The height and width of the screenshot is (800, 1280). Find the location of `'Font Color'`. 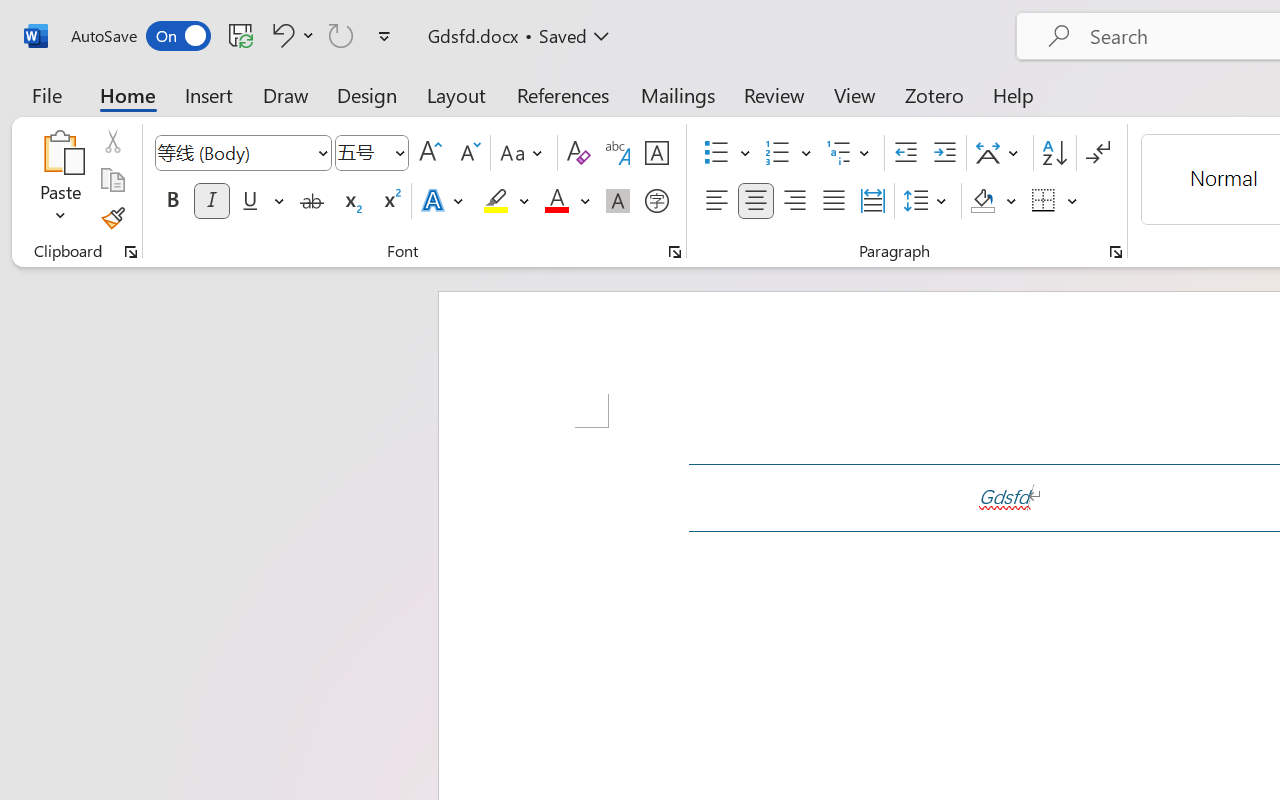

'Font Color' is located at coordinates (566, 201).